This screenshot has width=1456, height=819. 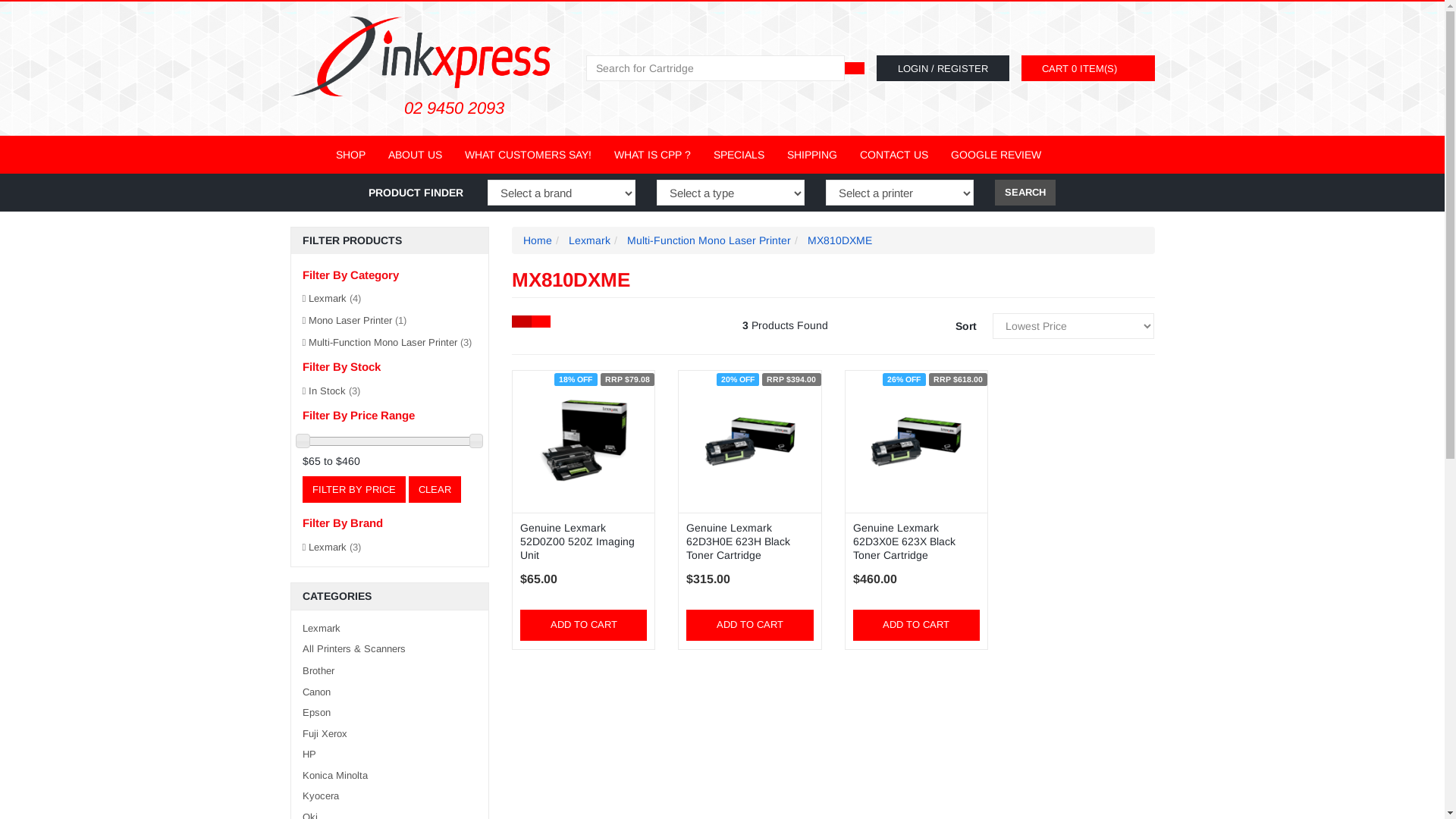 I want to click on 'Filter By Price', so click(x=352, y=489).